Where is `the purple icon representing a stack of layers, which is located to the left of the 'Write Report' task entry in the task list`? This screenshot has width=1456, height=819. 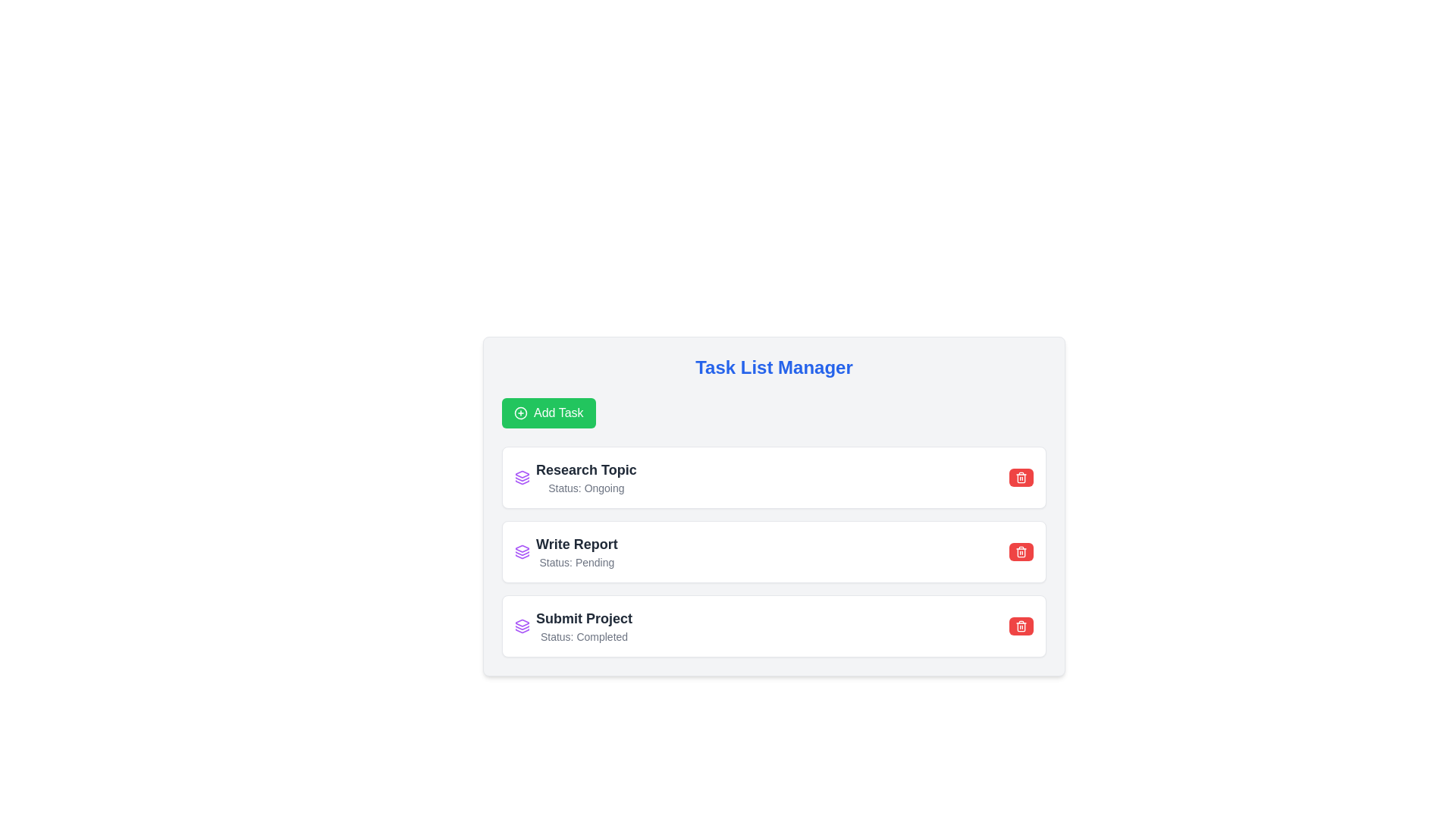
the purple icon representing a stack of layers, which is located to the left of the 'Write Report' task entry in the task list is located at coordinates (522, 552).